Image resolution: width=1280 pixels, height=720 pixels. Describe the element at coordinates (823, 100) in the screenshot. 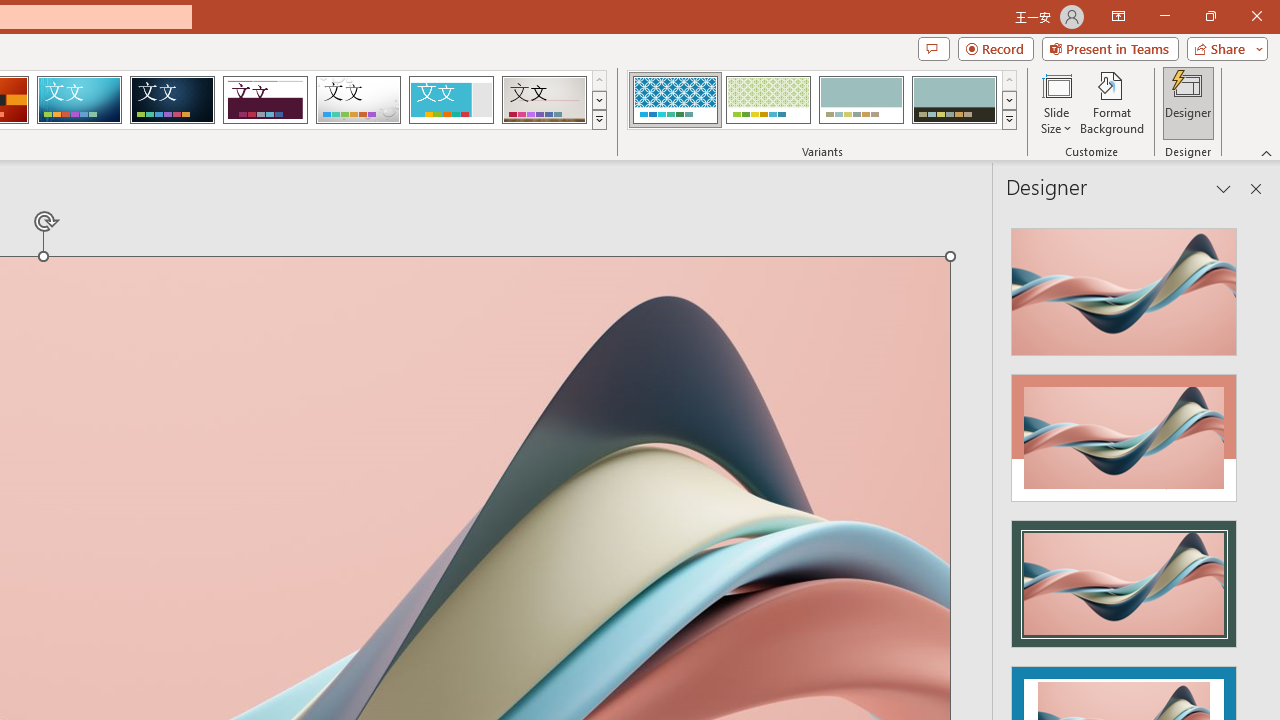

I see `'AutomationID: ThemeVariantsGallery'` at that location.